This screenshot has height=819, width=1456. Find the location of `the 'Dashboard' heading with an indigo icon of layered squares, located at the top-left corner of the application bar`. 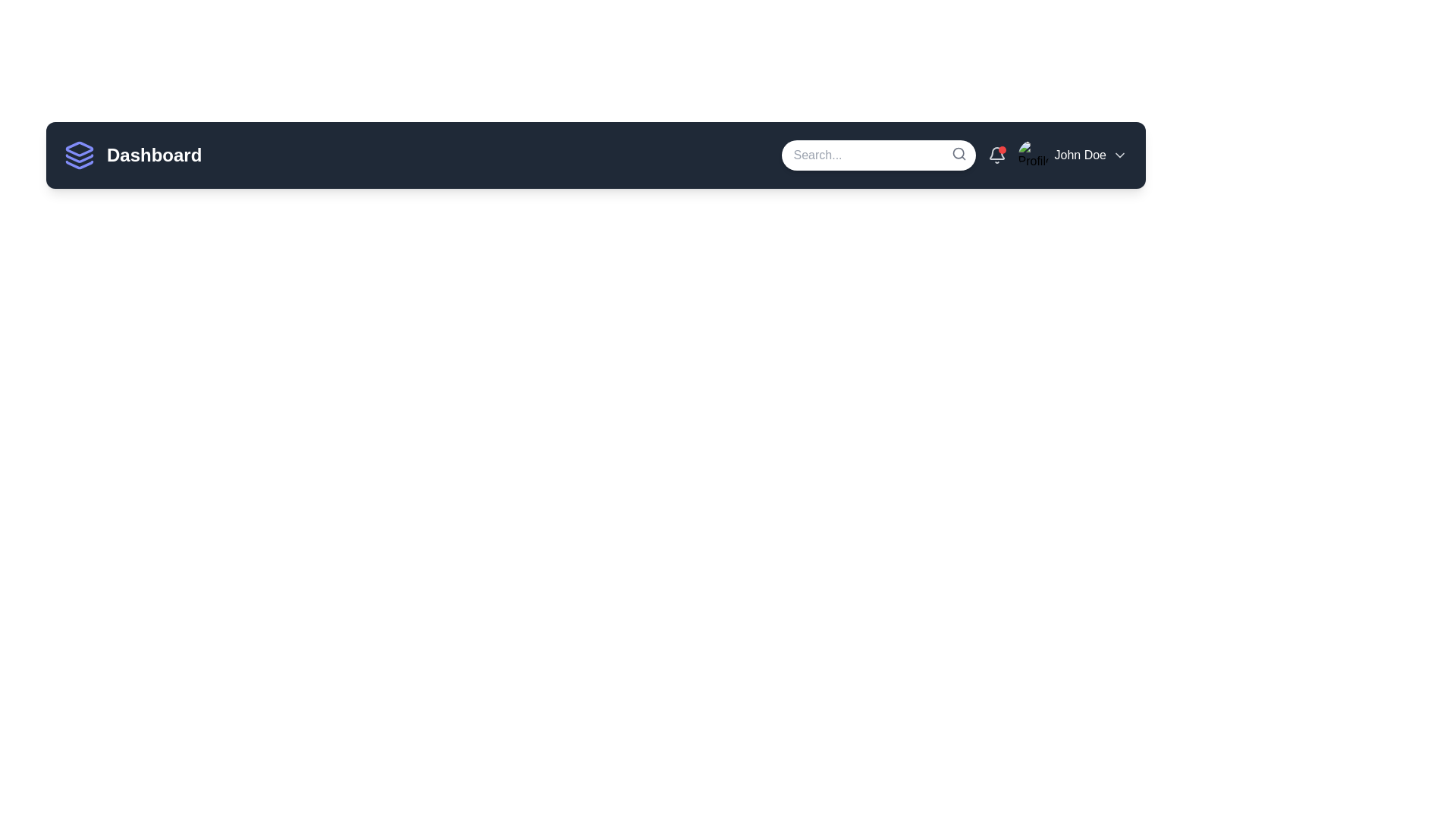

the 'Dashboard' heading with an indigo icon of layered squares, located at the top-left corner of the application bar is located at coordinates (133, 155).